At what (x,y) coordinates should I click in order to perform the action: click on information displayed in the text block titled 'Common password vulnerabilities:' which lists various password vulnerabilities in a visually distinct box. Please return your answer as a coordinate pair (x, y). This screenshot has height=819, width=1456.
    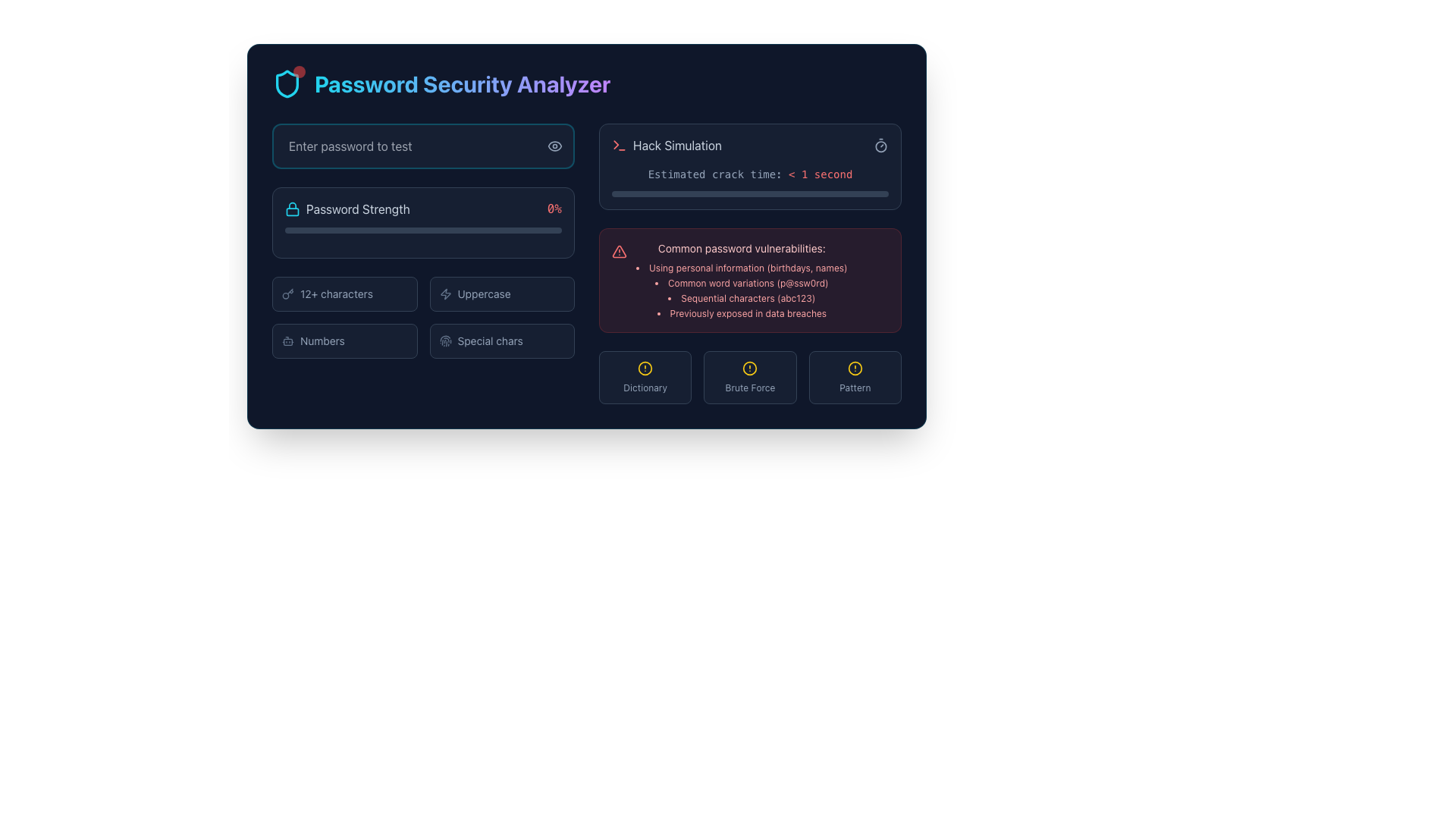
    Looking at the image, I should click on (742, 281).